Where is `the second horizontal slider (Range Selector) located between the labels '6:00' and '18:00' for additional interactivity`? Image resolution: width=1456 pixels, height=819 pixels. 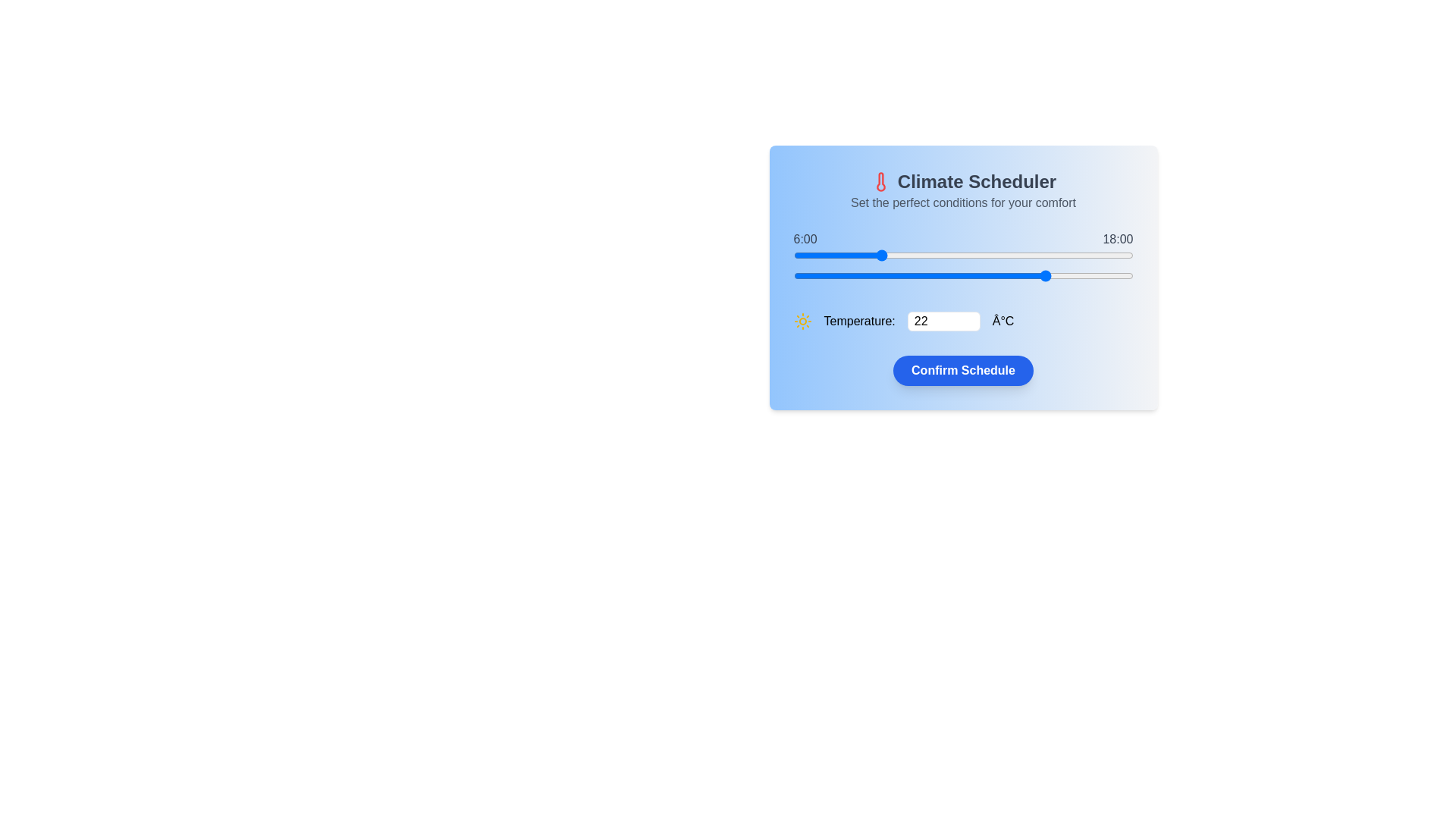 the second horizontal slider (Range Selector) located between the labels '6:00' and '18:00' for additional interactivity is located at coordinates (962, 275).